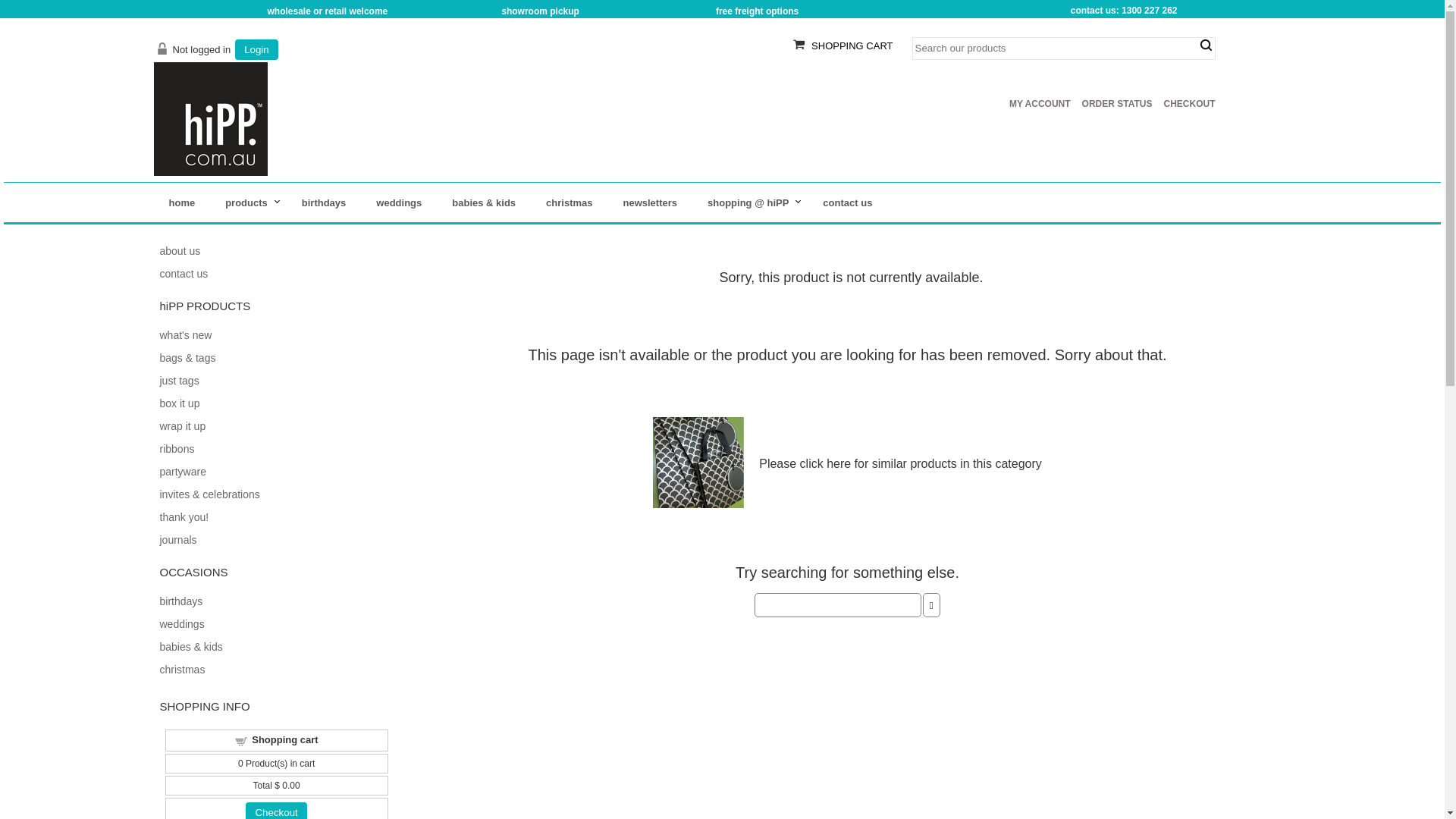 The height and width of the screenshot is (819, 1456). Describe the element at coordinates (159, 601) in the screenshot. I see `'birthdays'` at that location.